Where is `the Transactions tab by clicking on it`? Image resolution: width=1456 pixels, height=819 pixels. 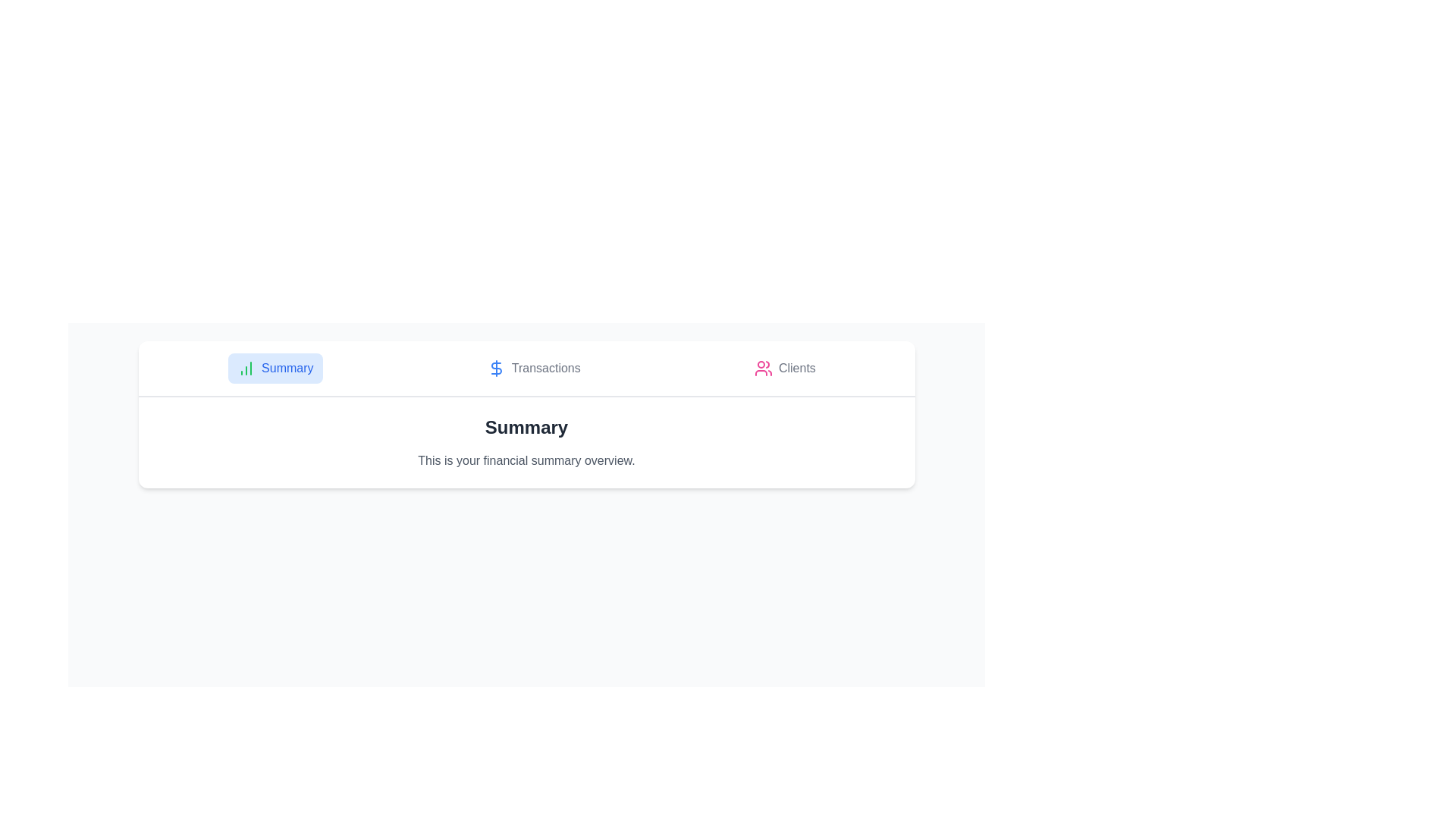 the Transactions tab by clicking on it is located at coordinates (534, 369).